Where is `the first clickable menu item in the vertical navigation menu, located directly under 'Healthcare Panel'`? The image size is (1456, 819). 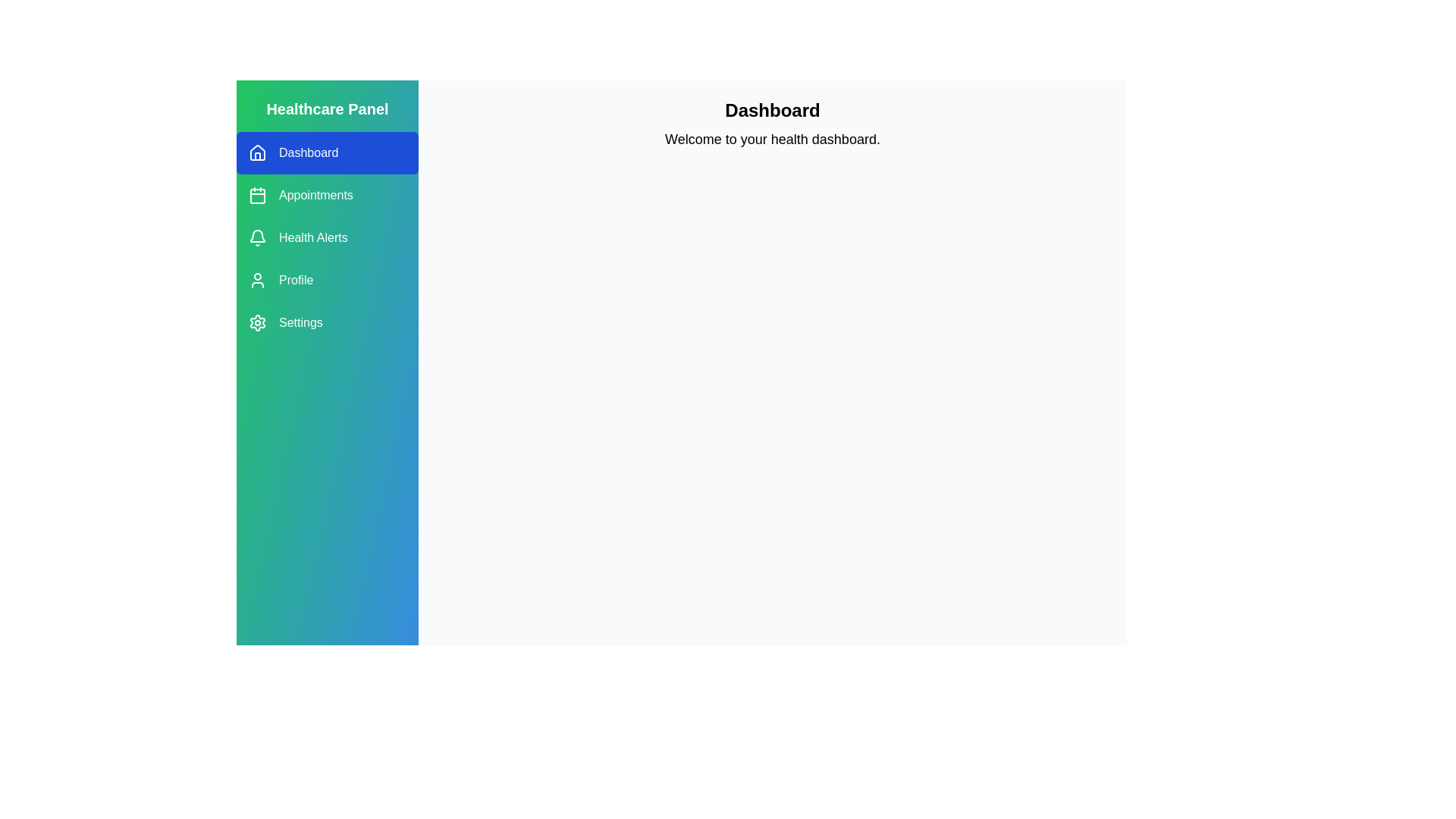 the first clickable menu item in the vertical navigation menu, located directly under 'Healthcare Panel' is located at coordinates (327, 152).